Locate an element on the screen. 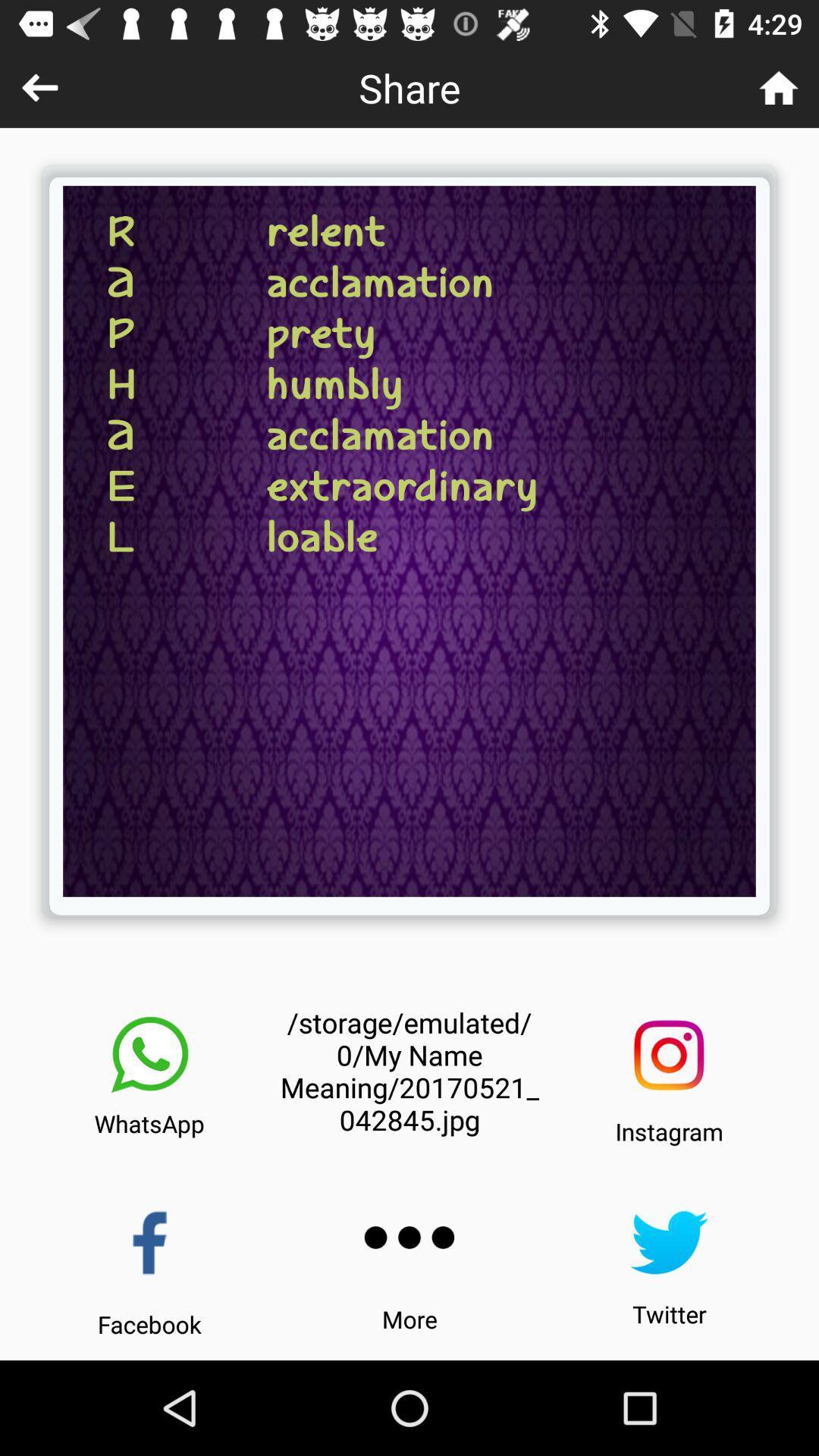 The height and width of the screenshot is (1456, 819). twitter is located at coordinates (668, 1242).